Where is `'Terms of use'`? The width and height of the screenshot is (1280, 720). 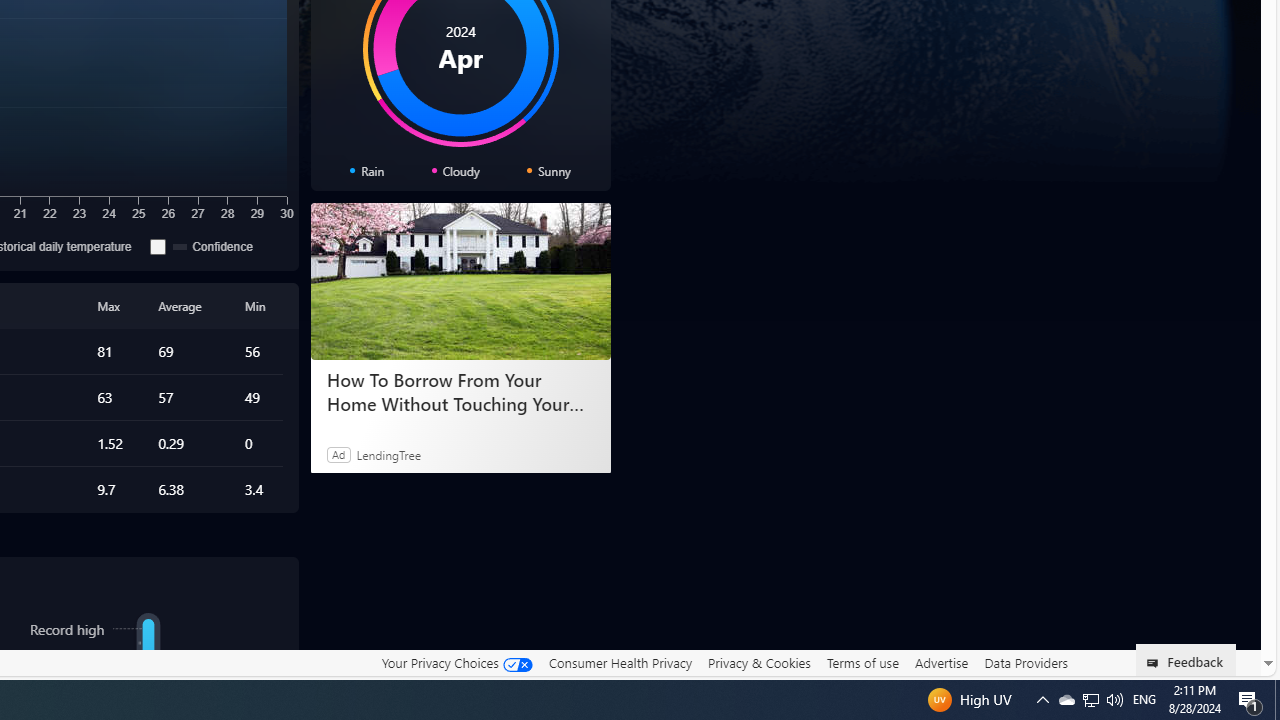 'Terms of use' is located at coordinates (862, 663).